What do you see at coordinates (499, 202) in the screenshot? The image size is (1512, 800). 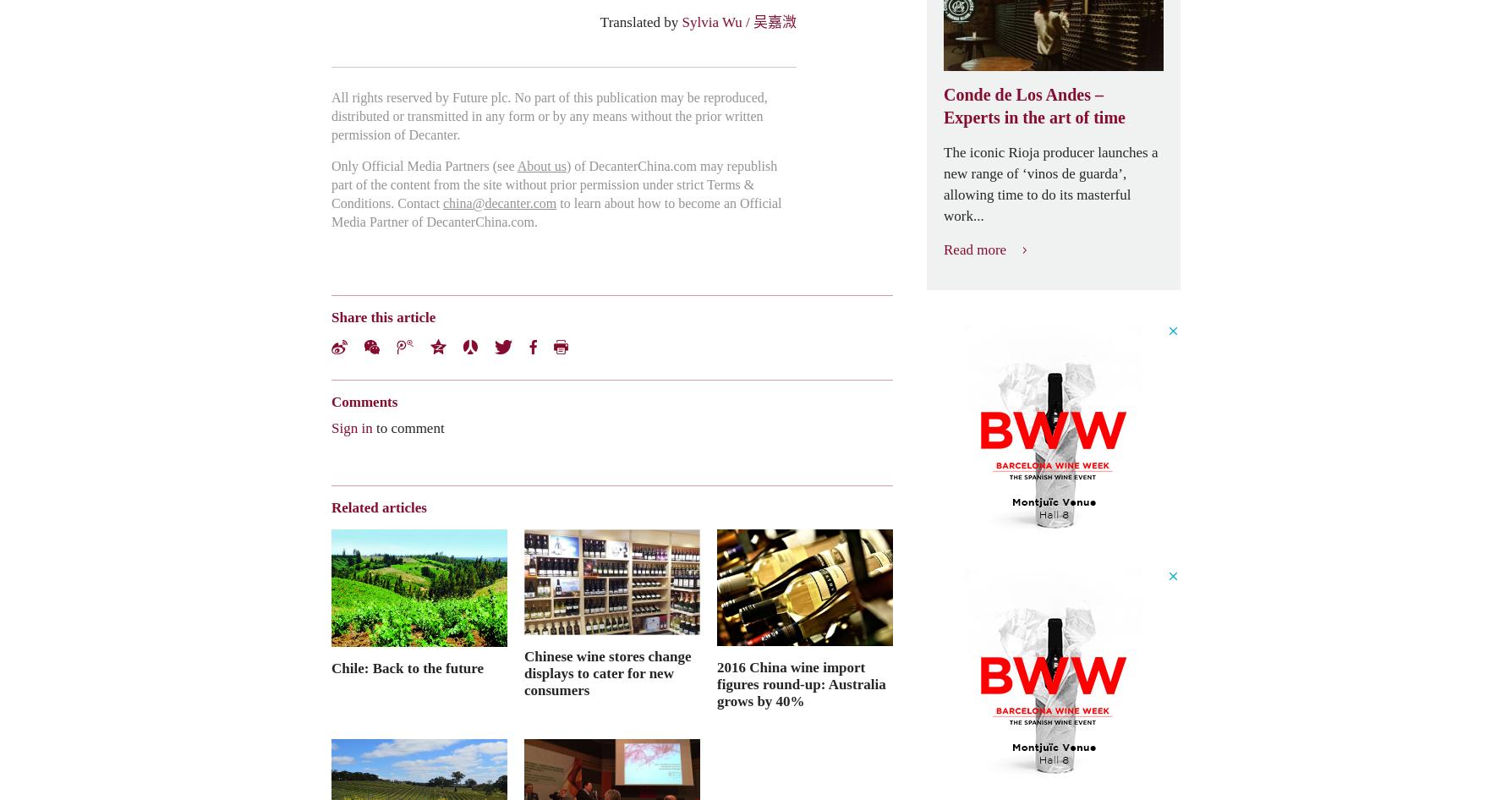 I see `'china@decanter.com'` at bounding box center [499, 202].